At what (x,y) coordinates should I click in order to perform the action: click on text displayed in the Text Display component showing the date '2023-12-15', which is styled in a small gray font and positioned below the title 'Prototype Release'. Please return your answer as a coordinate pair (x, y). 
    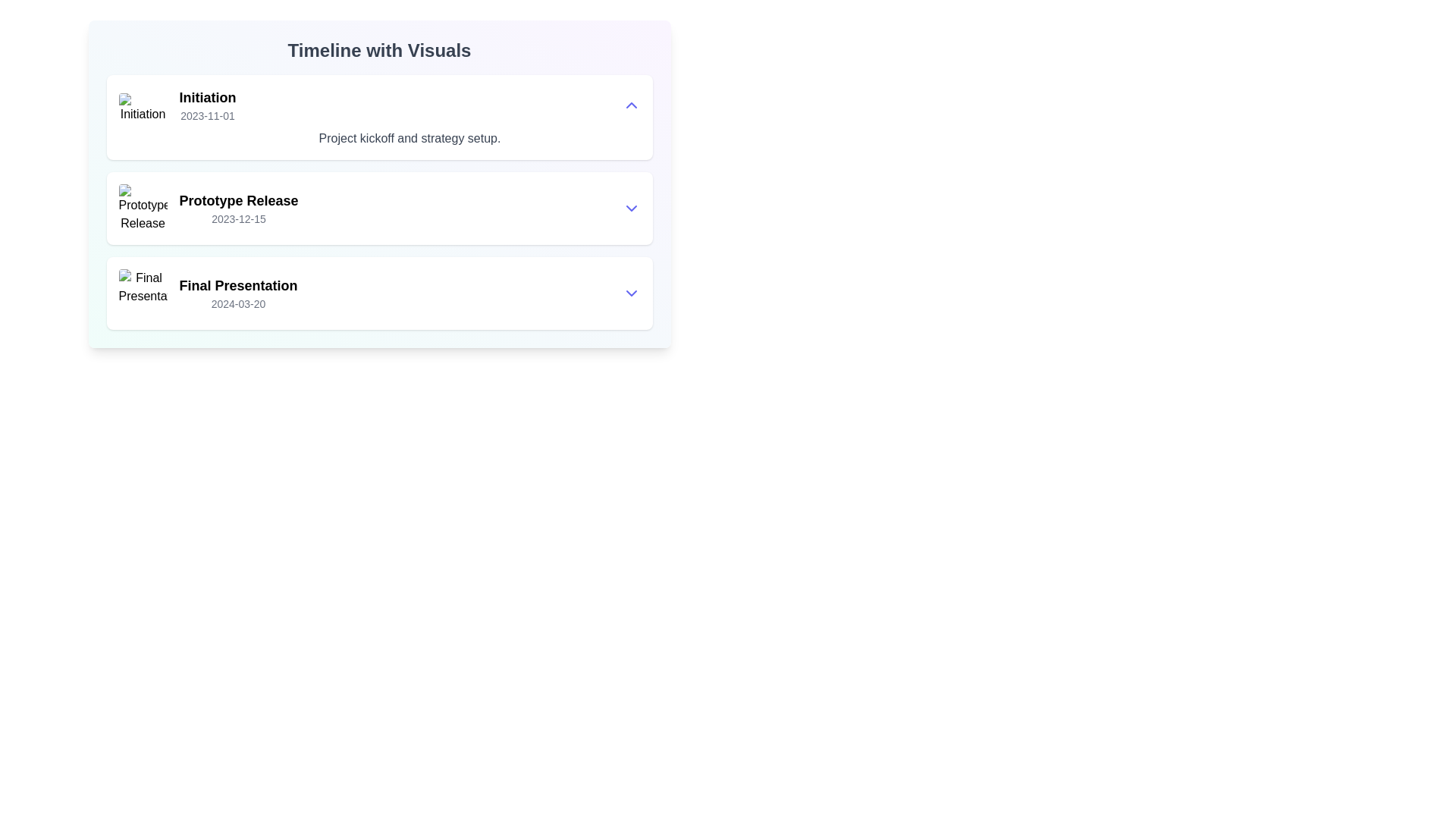
    Looking at the image, I should click on (238, 219).